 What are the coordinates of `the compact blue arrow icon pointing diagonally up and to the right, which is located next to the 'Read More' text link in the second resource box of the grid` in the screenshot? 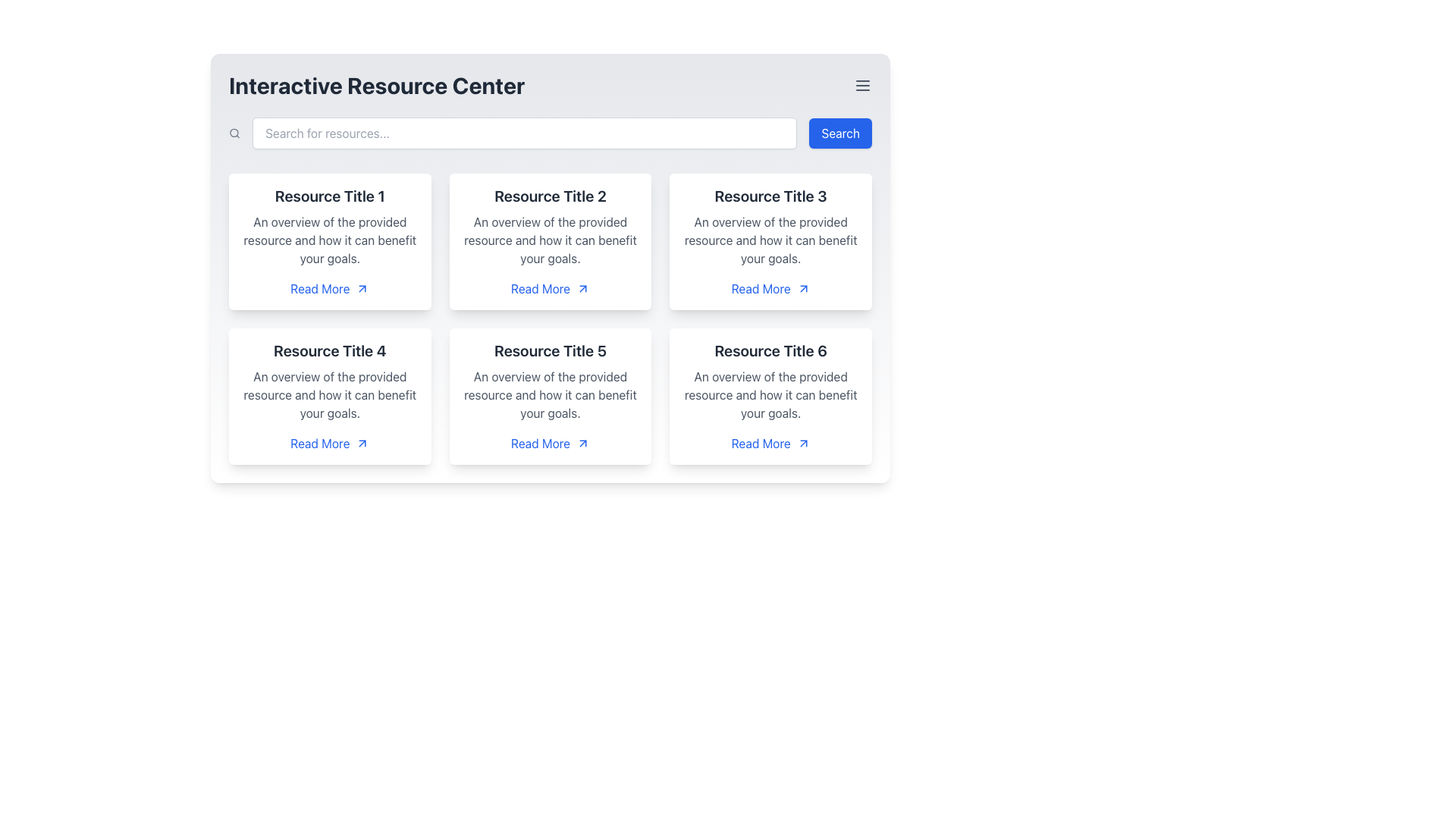 It's located at (582, 289).